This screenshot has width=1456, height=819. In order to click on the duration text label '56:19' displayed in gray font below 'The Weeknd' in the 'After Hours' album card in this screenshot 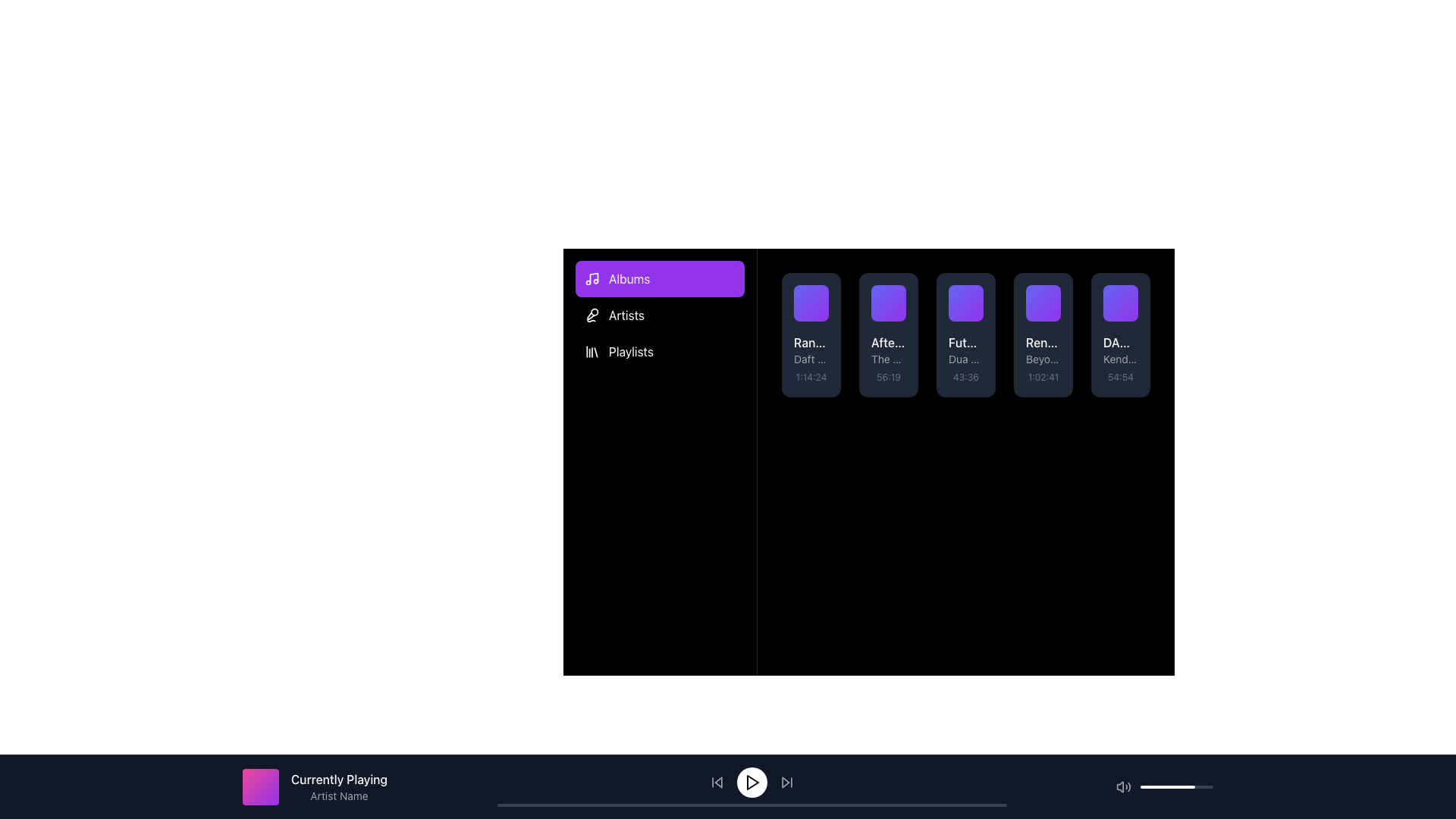, I will do `click(888, 376)`.